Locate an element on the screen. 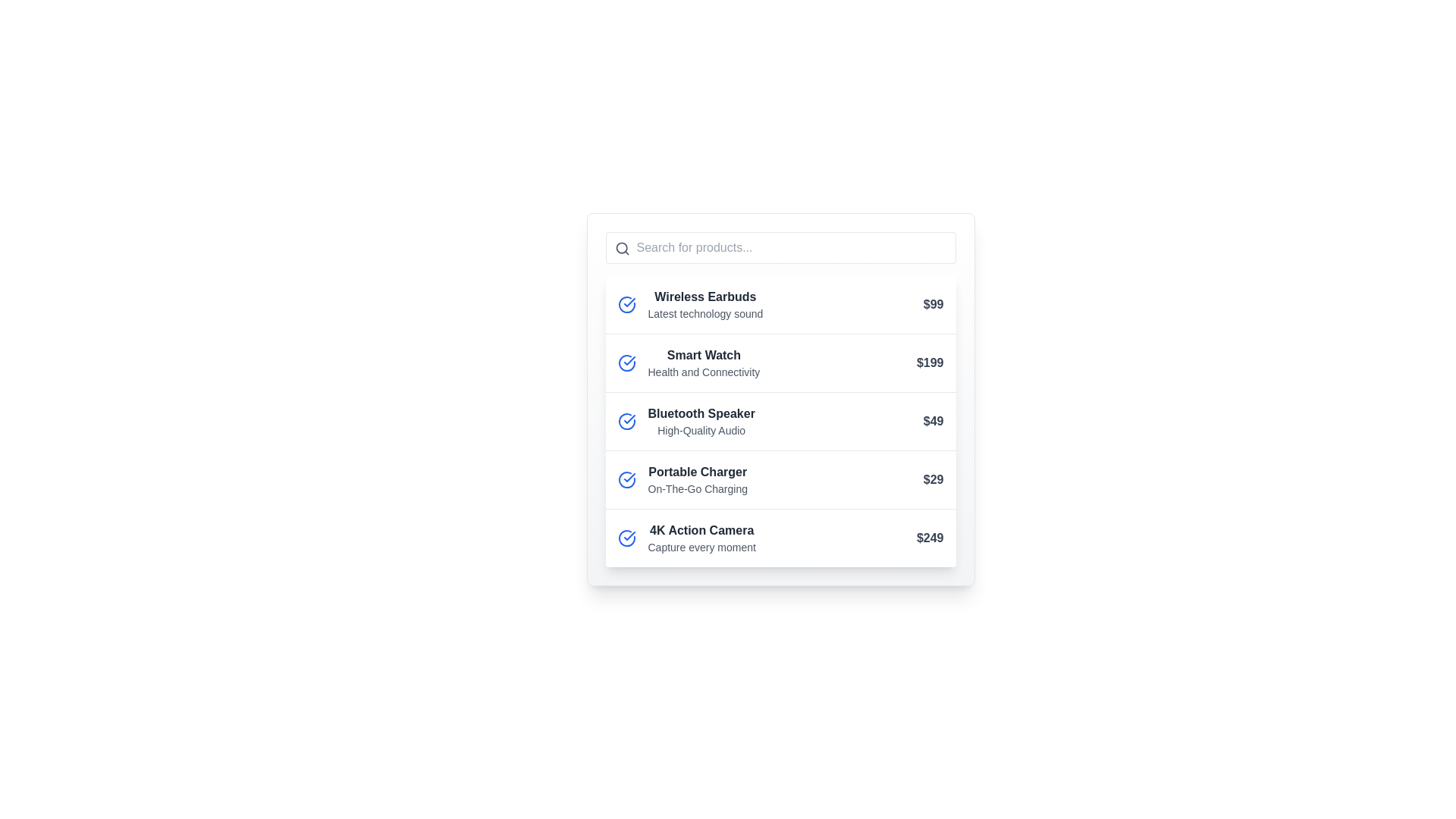  the search input field located at the top of the card-like component to change its appearance is located at coordinates (780, 247).